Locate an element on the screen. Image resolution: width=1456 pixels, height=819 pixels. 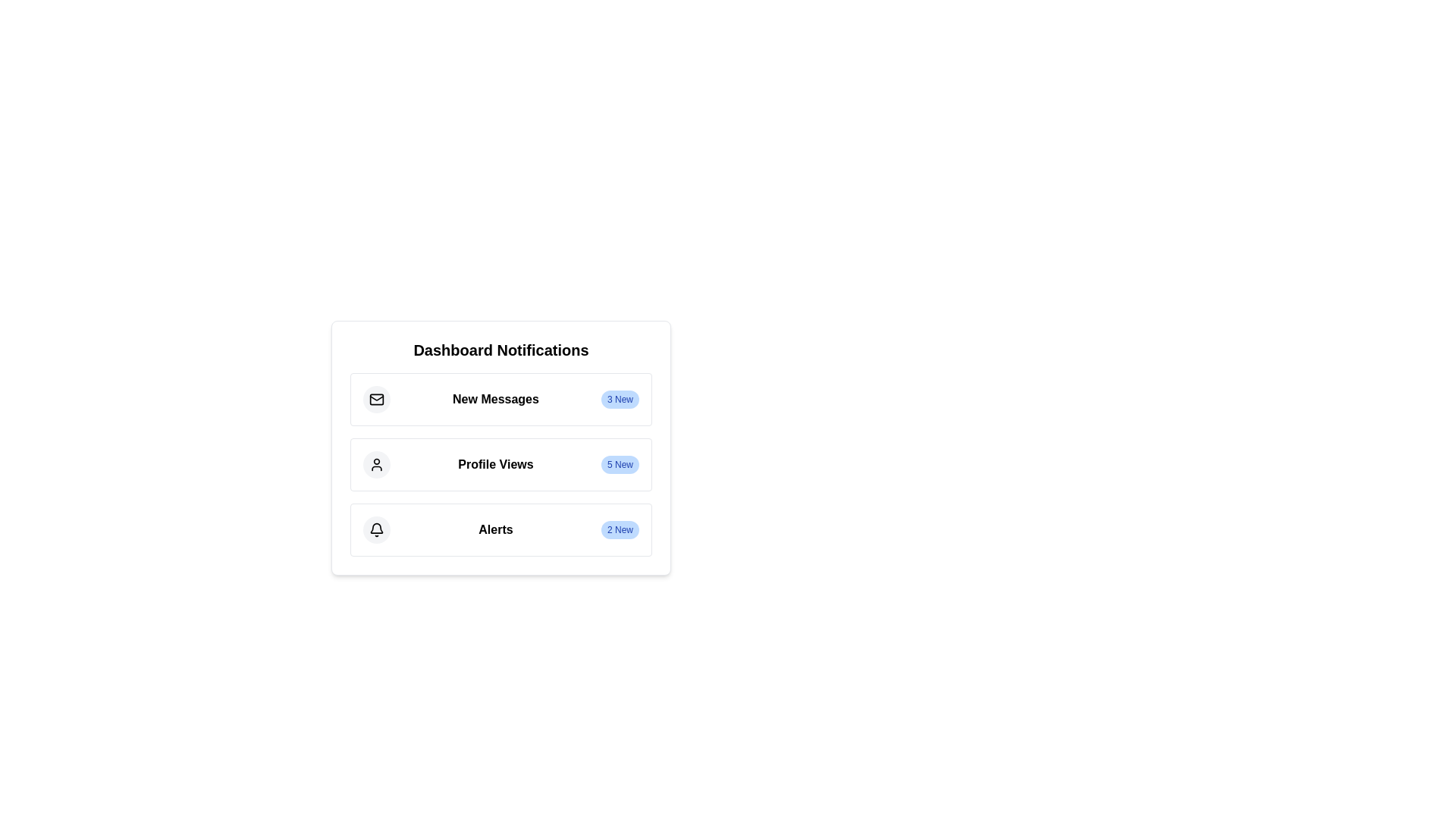
the centrally aligned Text label that serves as a title for the notification section, located above the list of notification items is located at coordinates (501, 350).